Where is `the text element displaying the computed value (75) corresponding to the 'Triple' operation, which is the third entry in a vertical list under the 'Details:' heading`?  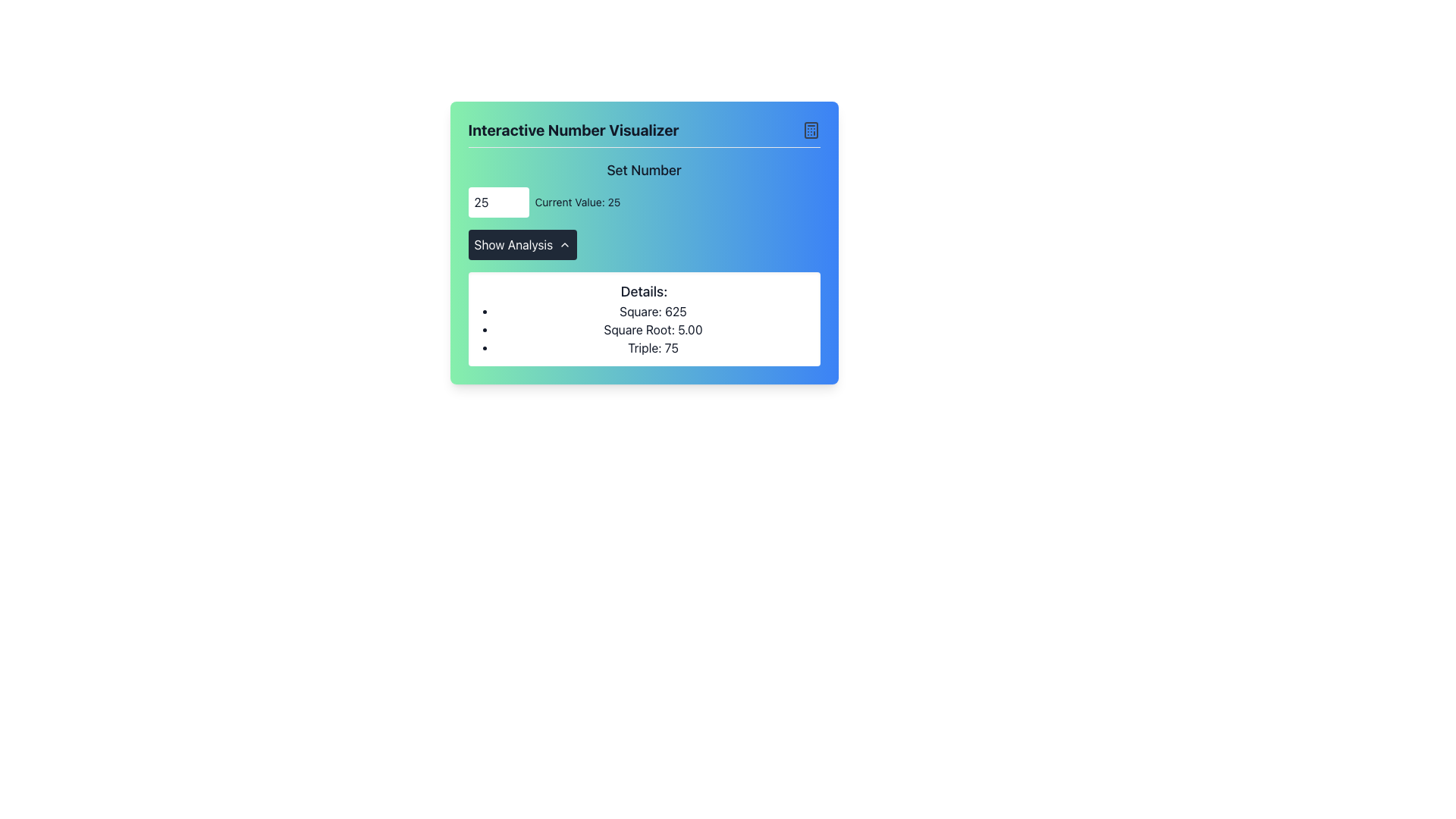 the text element displaying the computed value (75) corresponding to the 'Triple' operation, which is the third entry in a vertical list under the 'Details:' heading is located at coordinates (653, 348).